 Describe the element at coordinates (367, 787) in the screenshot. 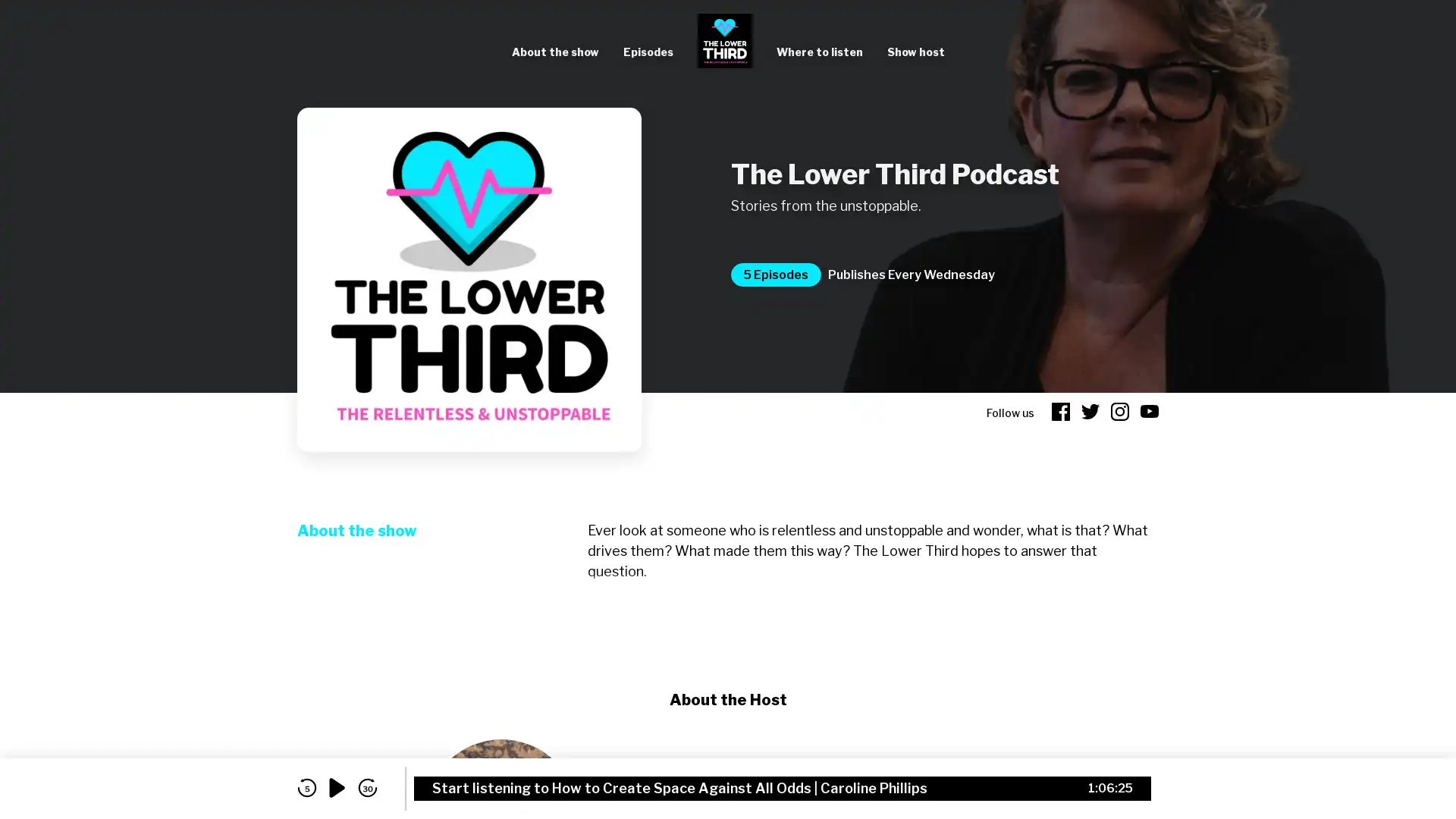

I see `skip forward 30 seconds` at that location.